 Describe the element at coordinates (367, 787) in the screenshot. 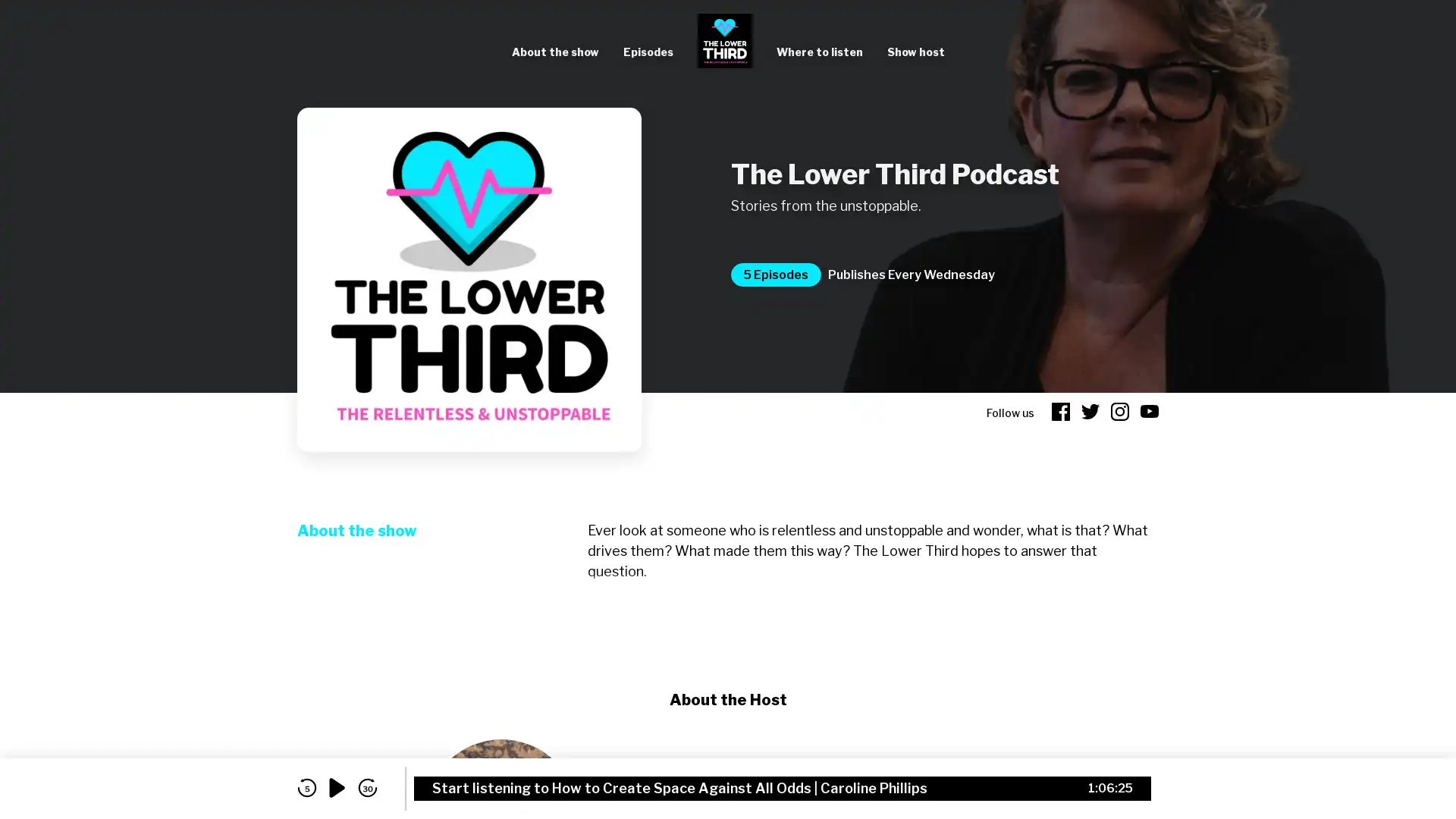

I see `skip forward 30 seconds` at that location.